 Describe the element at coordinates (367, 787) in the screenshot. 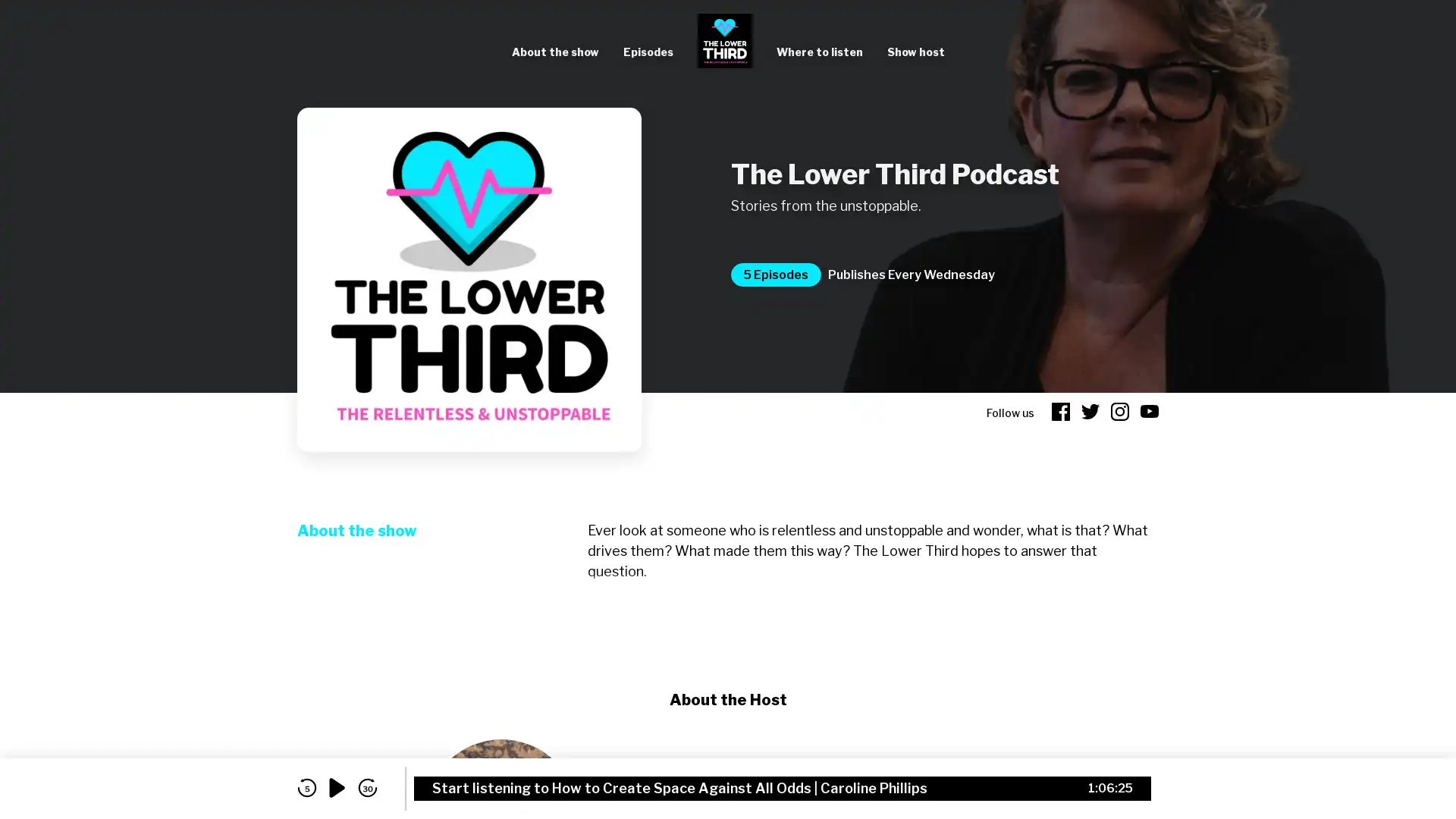

I see `skip forward 30 seconds` at that location.